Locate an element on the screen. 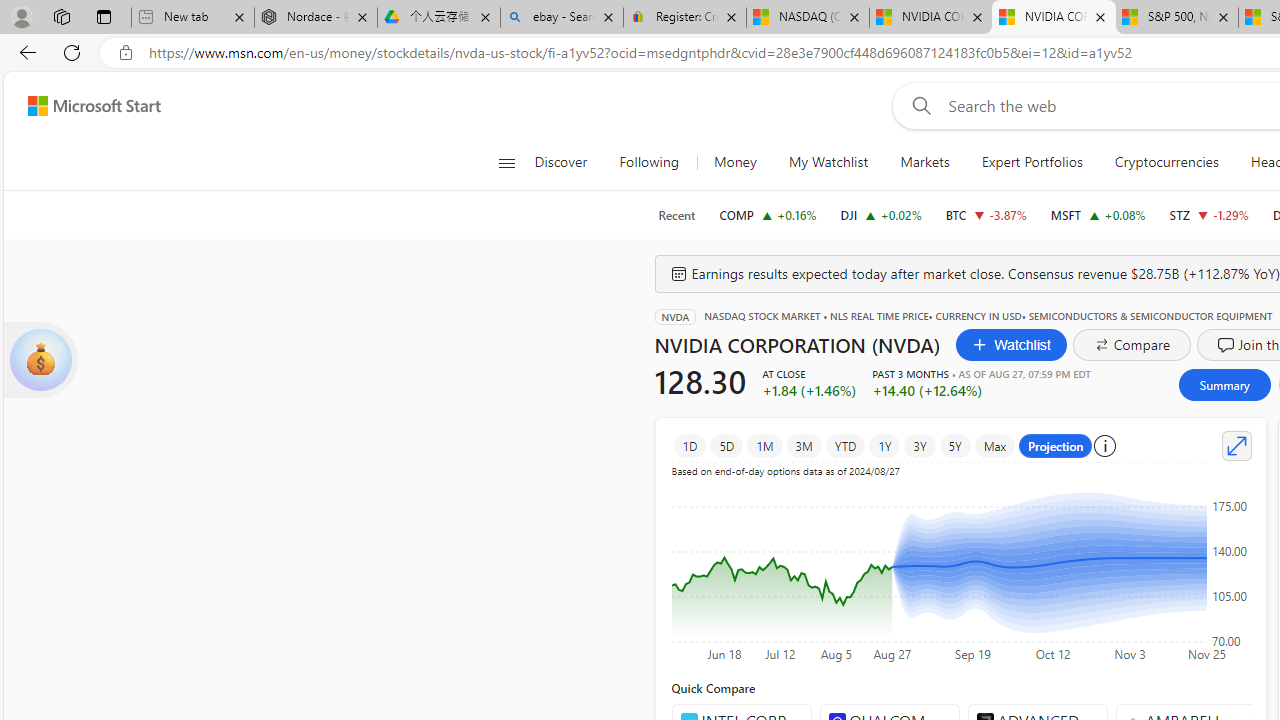 Image resolution: width=1280 pixels, height=720 pixels. 'Skip to content' is located at coordinates (86, 105).